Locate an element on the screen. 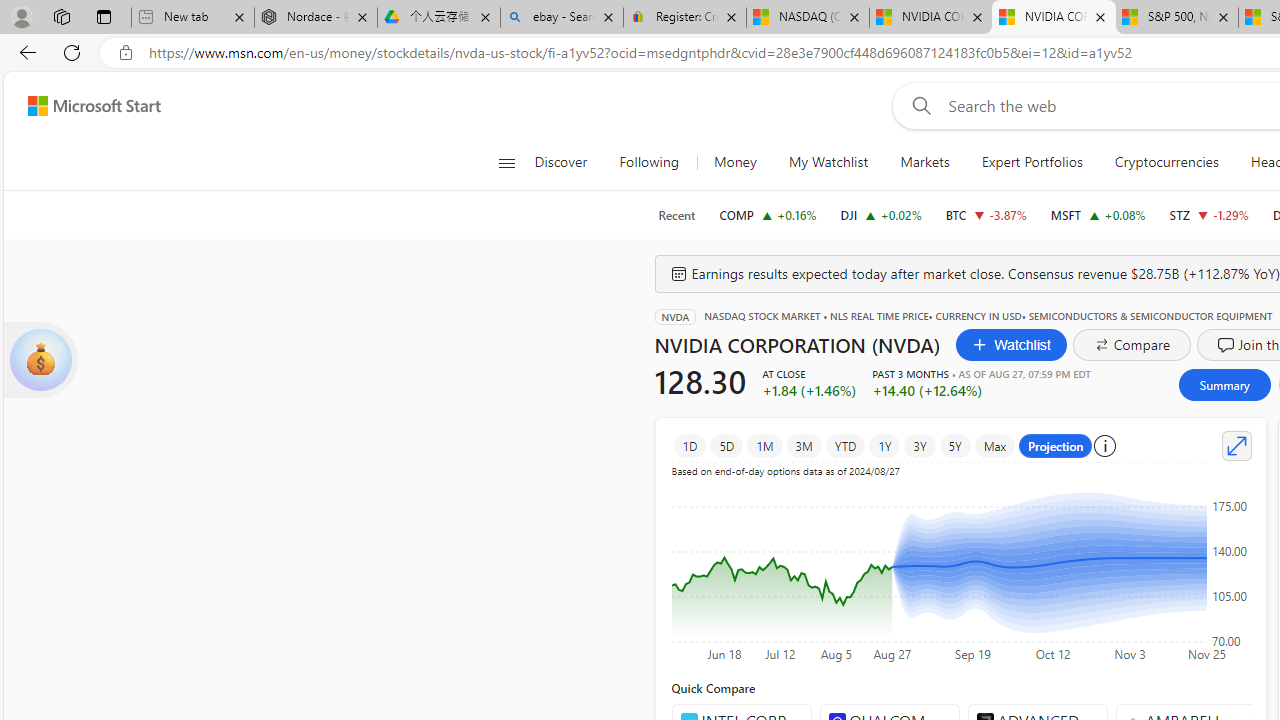 Image resolution: width=1280 pixels, height=720 pixels. 'Skip to content' is located at coordinates (86, 105).